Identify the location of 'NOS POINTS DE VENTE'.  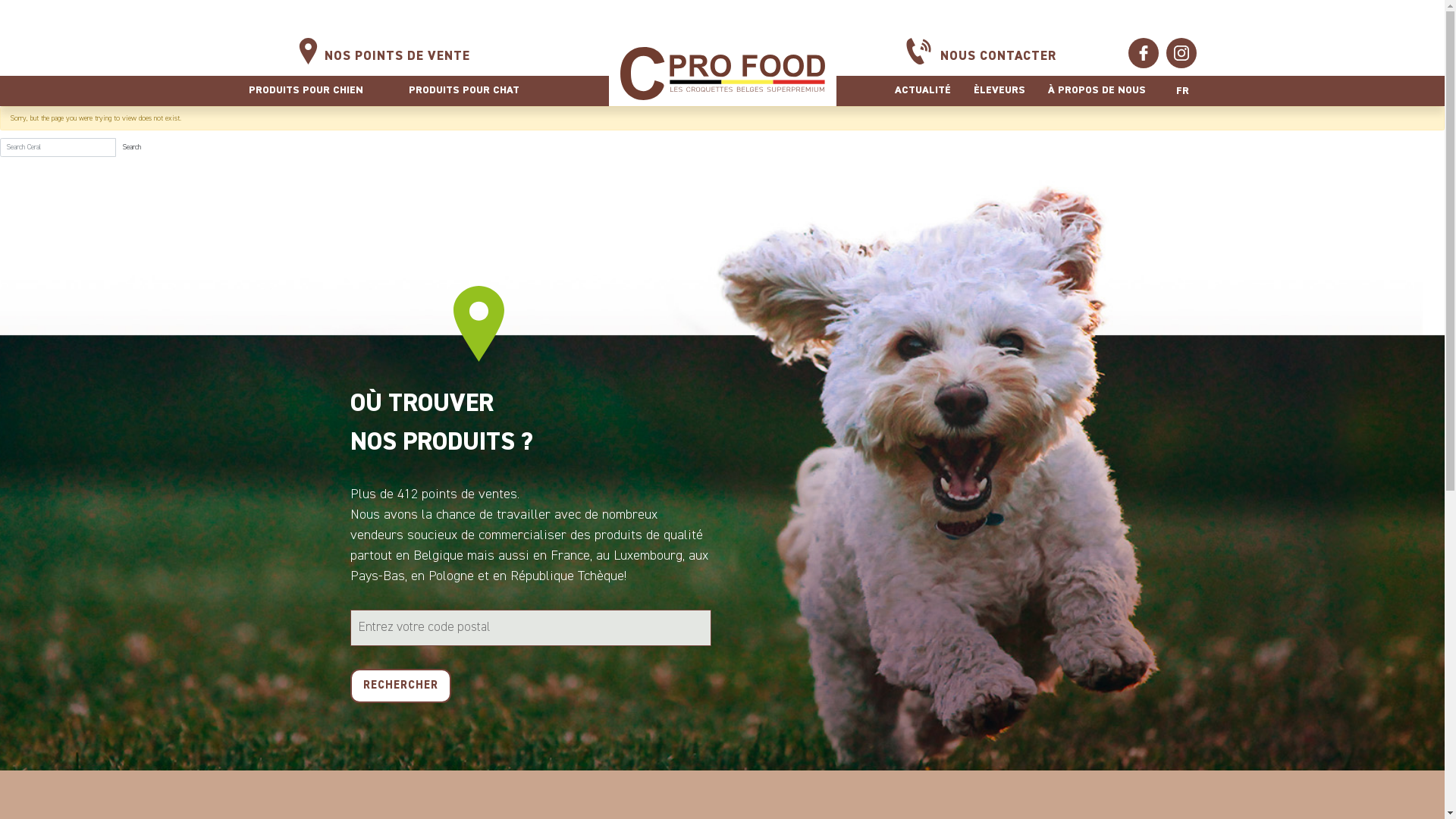
(397, 55).